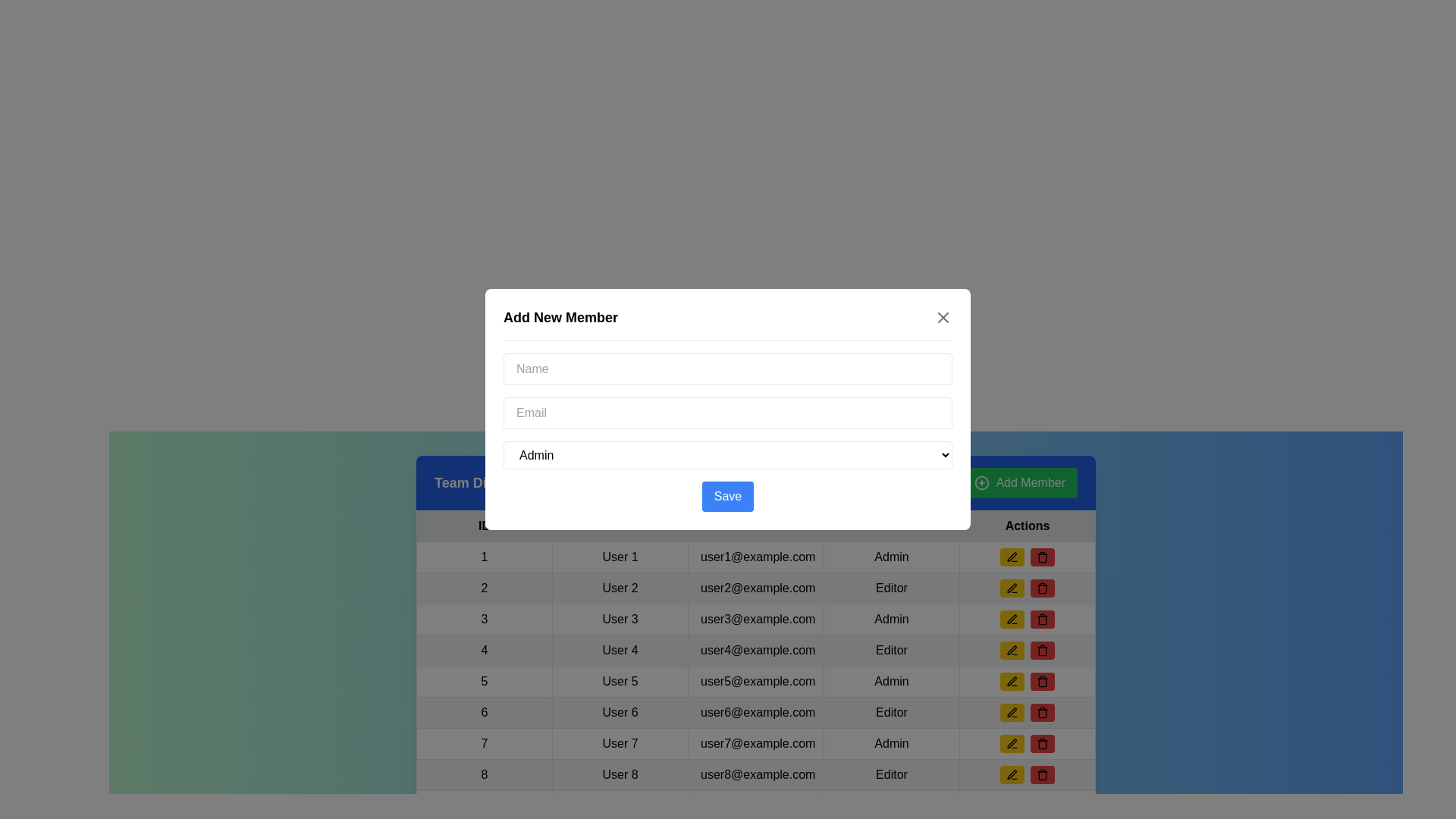 This screenshot has width=1456, height=819. I want to click on the fifth TableRow displaying user information, so click(756, 680).